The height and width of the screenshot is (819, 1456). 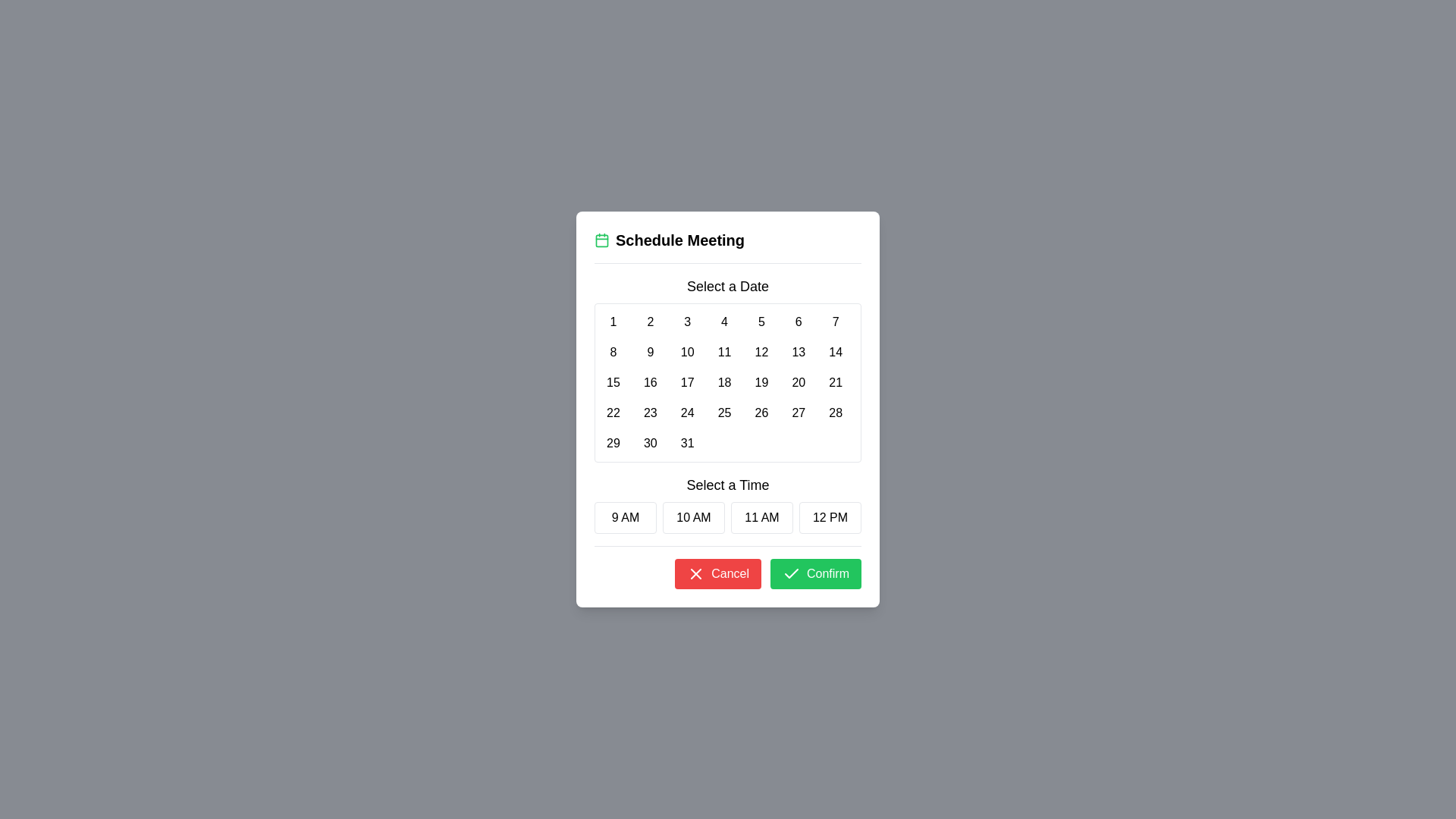 I want to click on the button displaying the number '22' in bold black font, located in the fourth row and first column of the grid within the 'Schedule Meeting' card for additional effects, so click(x=613, y=413).